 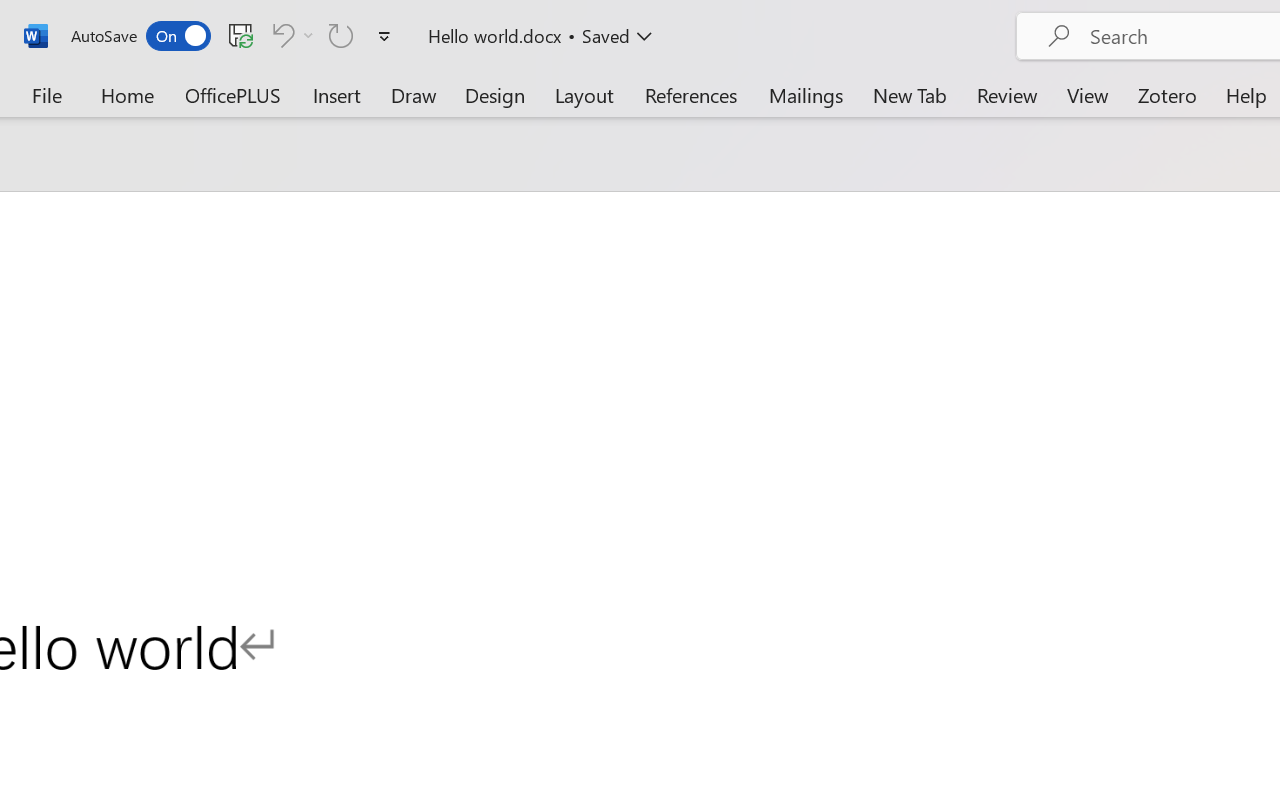 I want to click on 'References', so click(x=691, y=94).